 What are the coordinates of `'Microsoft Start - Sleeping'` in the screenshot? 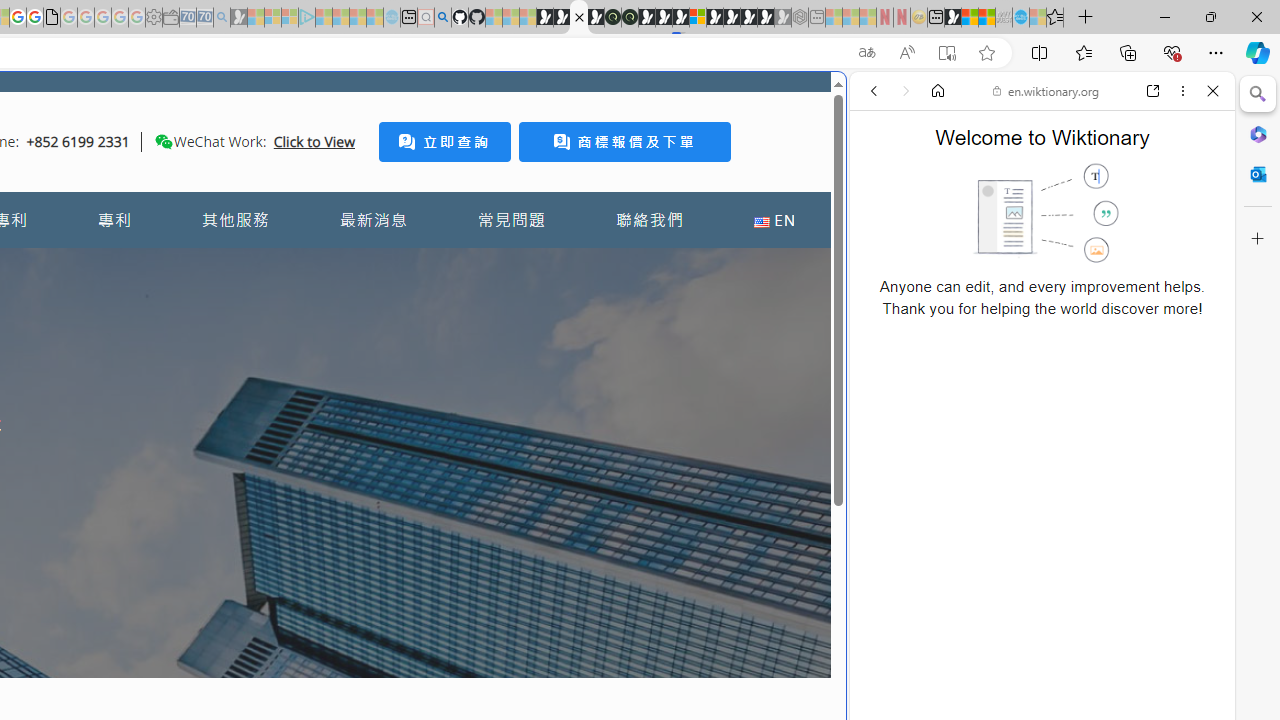 It's located at (357, 17).